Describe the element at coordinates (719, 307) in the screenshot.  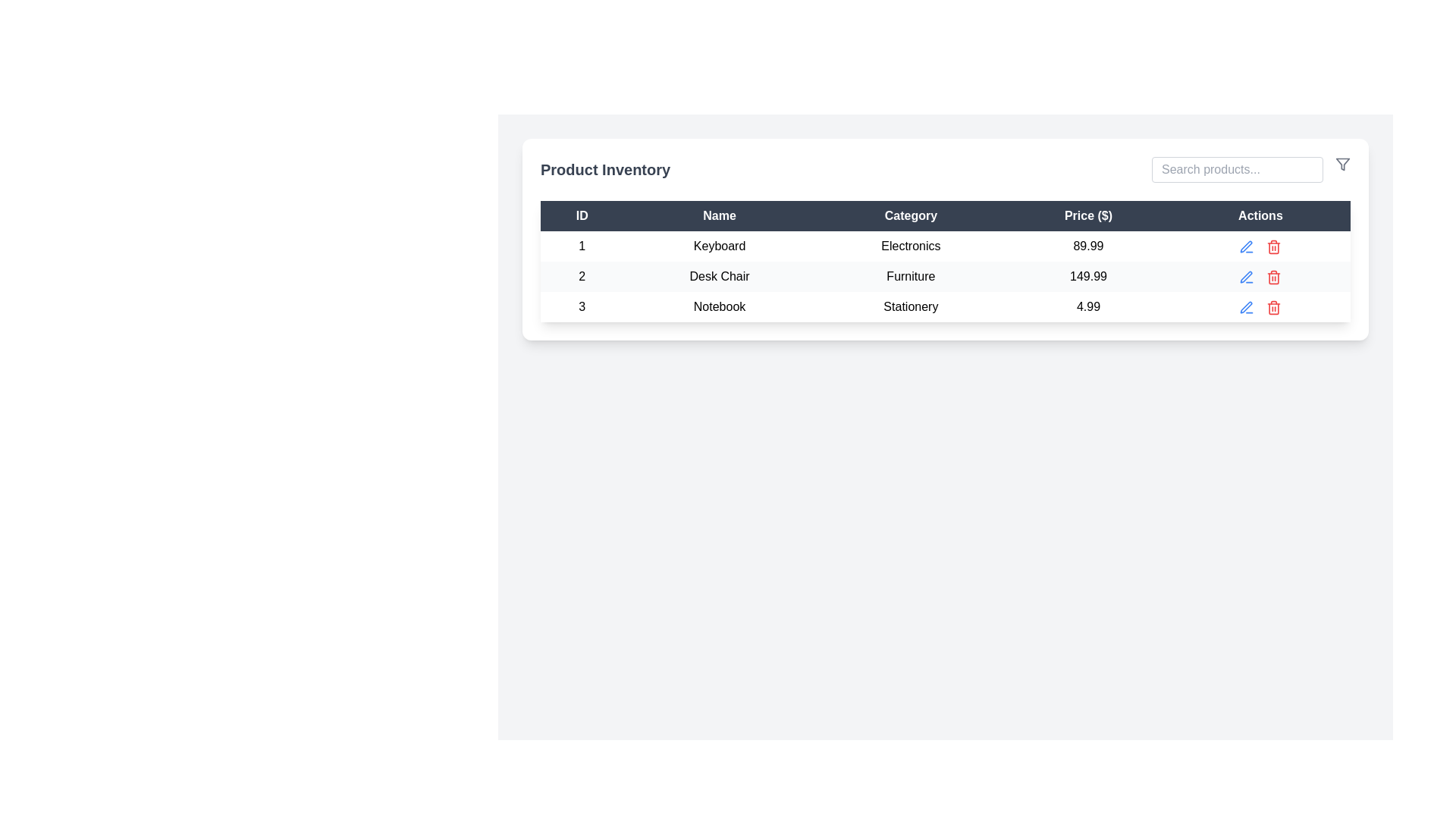
I see `the text label that identifies the name associated with the third row entry in the product inventory table, located under the 'Name' column, adjacent to '3' on the left and 'Stationery' on the right` at that location.